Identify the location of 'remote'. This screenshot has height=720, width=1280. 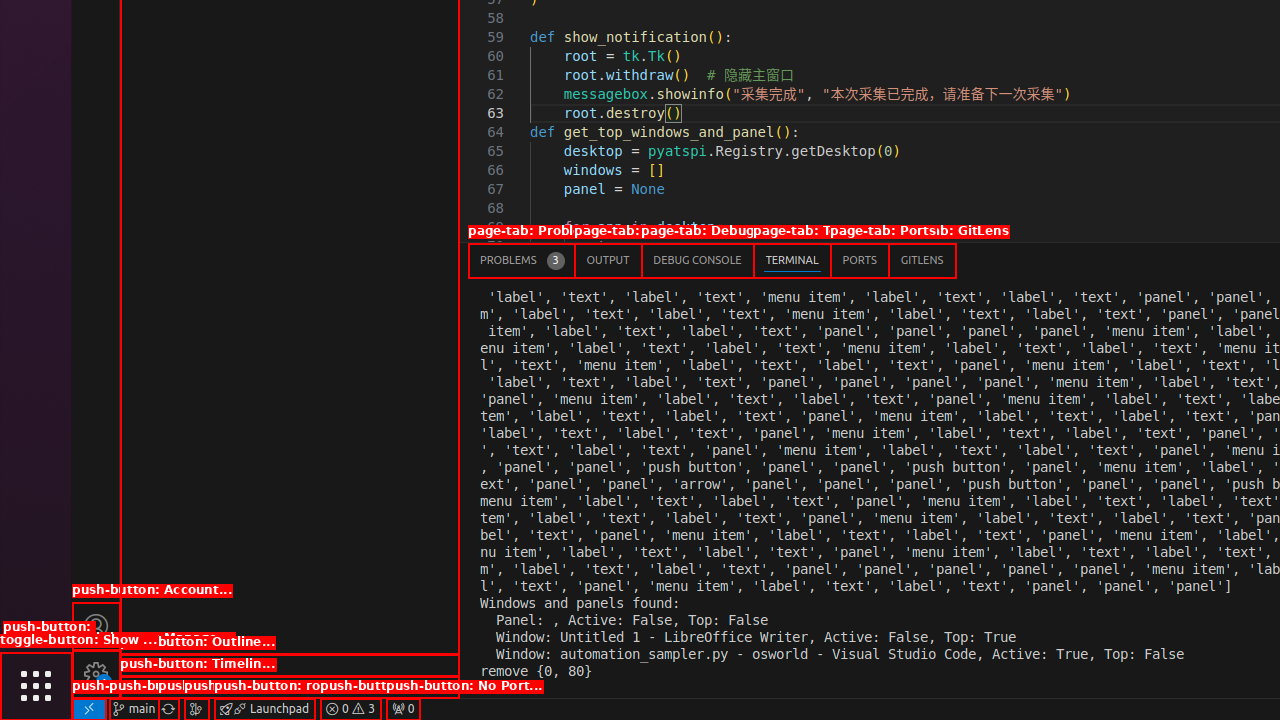
(87, 707).